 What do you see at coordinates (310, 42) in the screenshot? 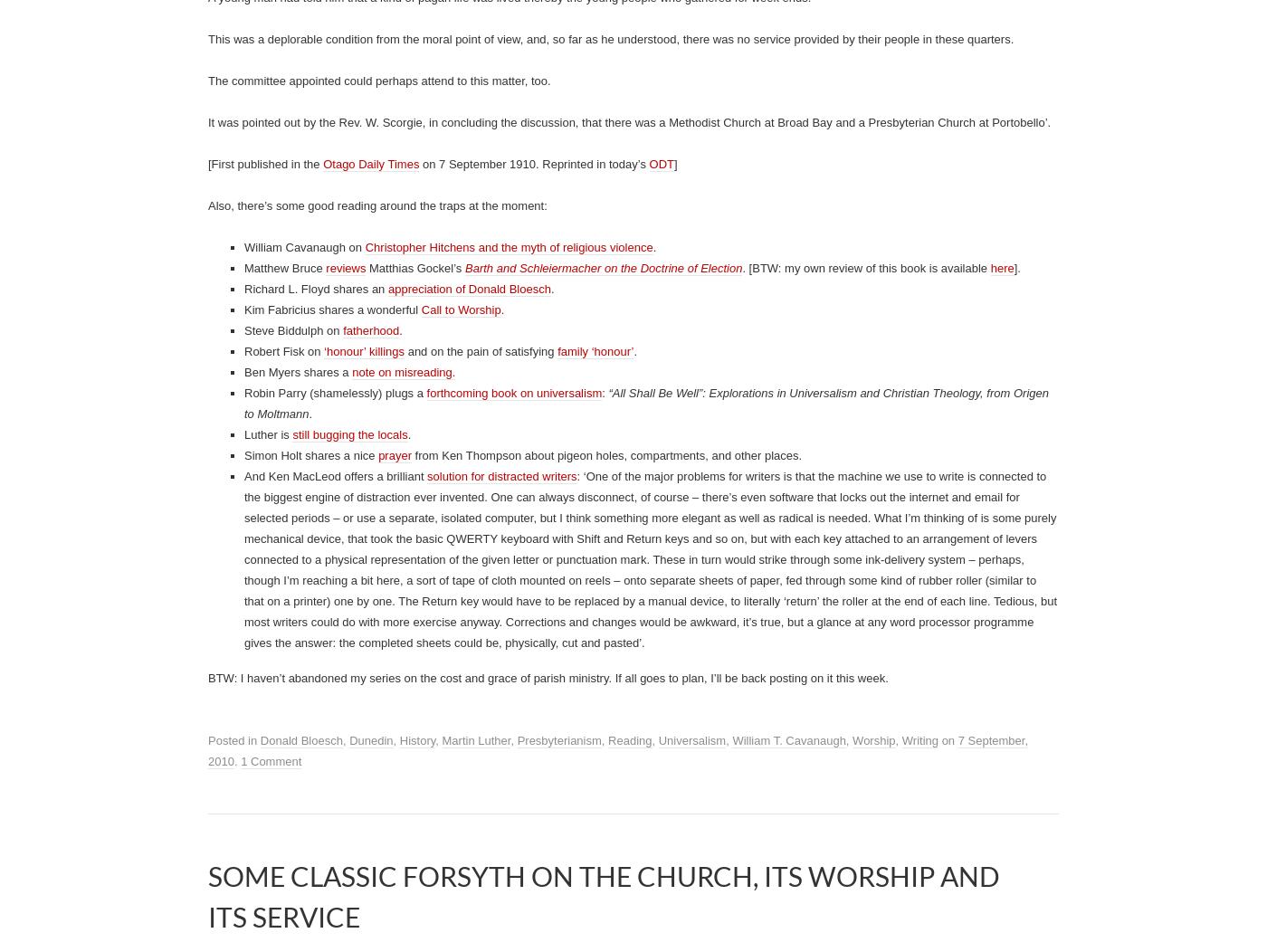
I see `'when mourners sing with joy'` at bounding box center [310, 42].